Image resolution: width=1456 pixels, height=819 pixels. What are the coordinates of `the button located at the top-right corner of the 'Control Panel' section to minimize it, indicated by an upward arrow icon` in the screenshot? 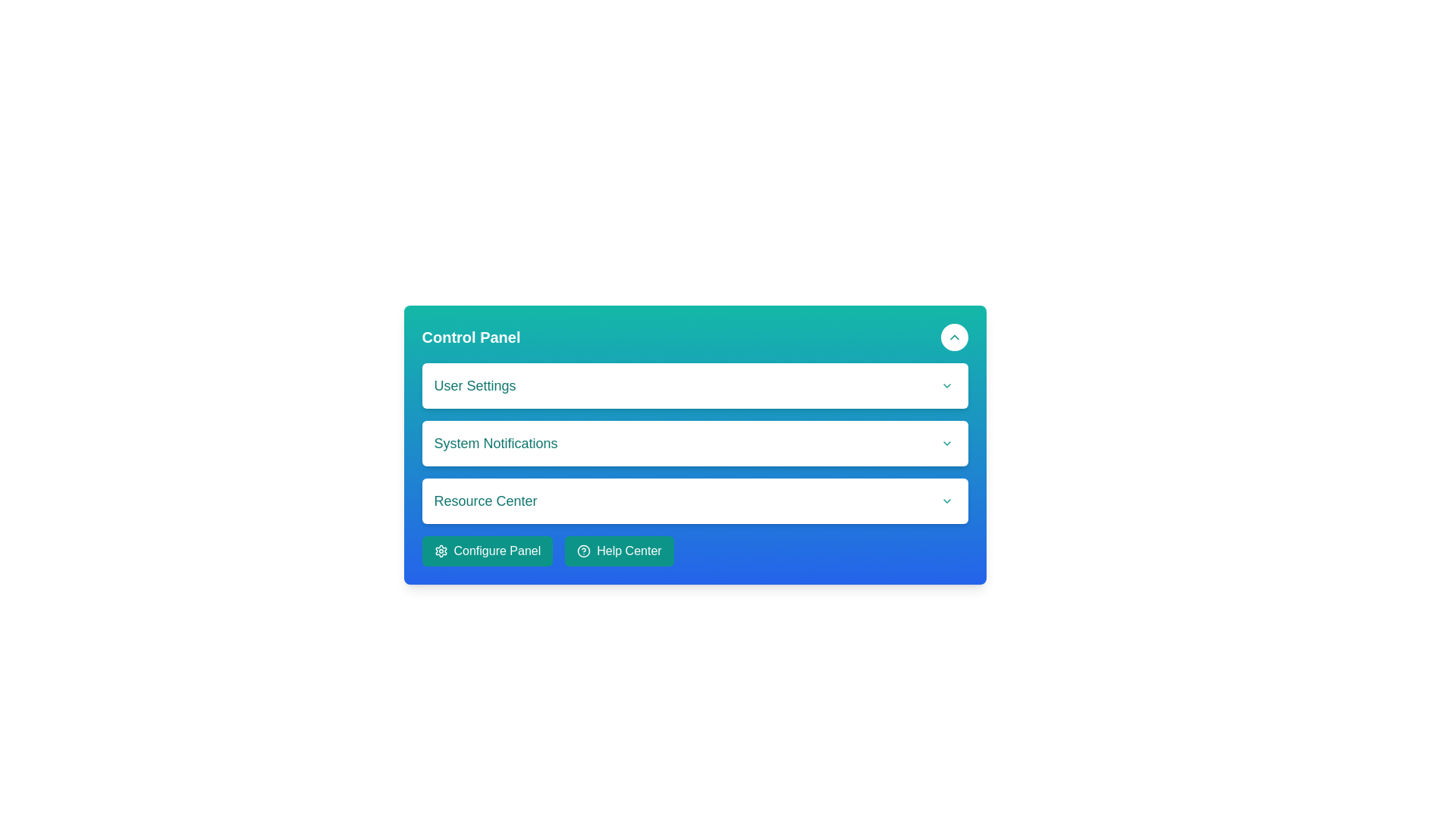 It's located at (953, 336).